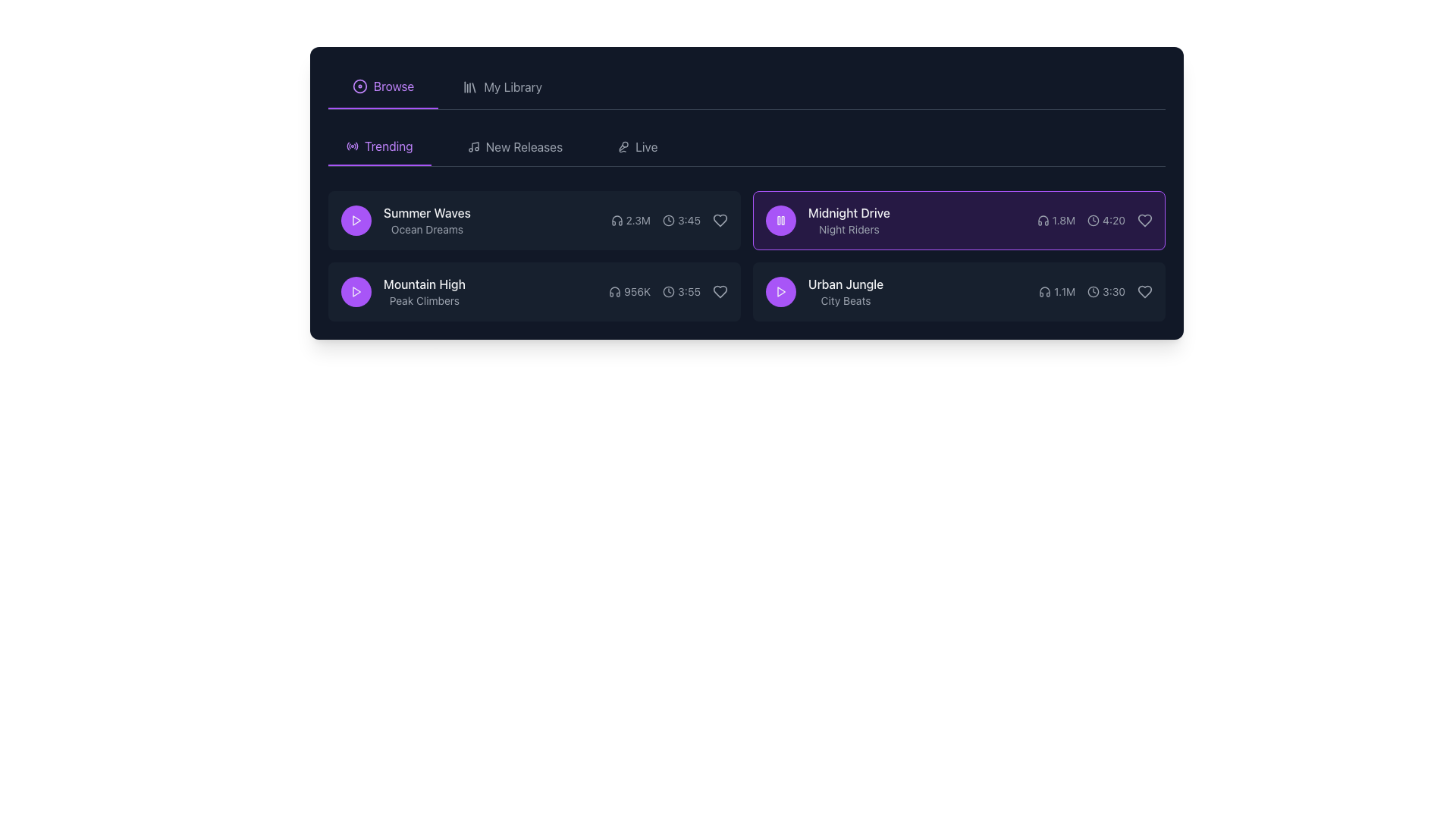  Describe the element at coordinates (668, 292) in the screenshot. I see `the time indicator icon for the song 'Mountain High', which displays the time label '3:55'` at that location.